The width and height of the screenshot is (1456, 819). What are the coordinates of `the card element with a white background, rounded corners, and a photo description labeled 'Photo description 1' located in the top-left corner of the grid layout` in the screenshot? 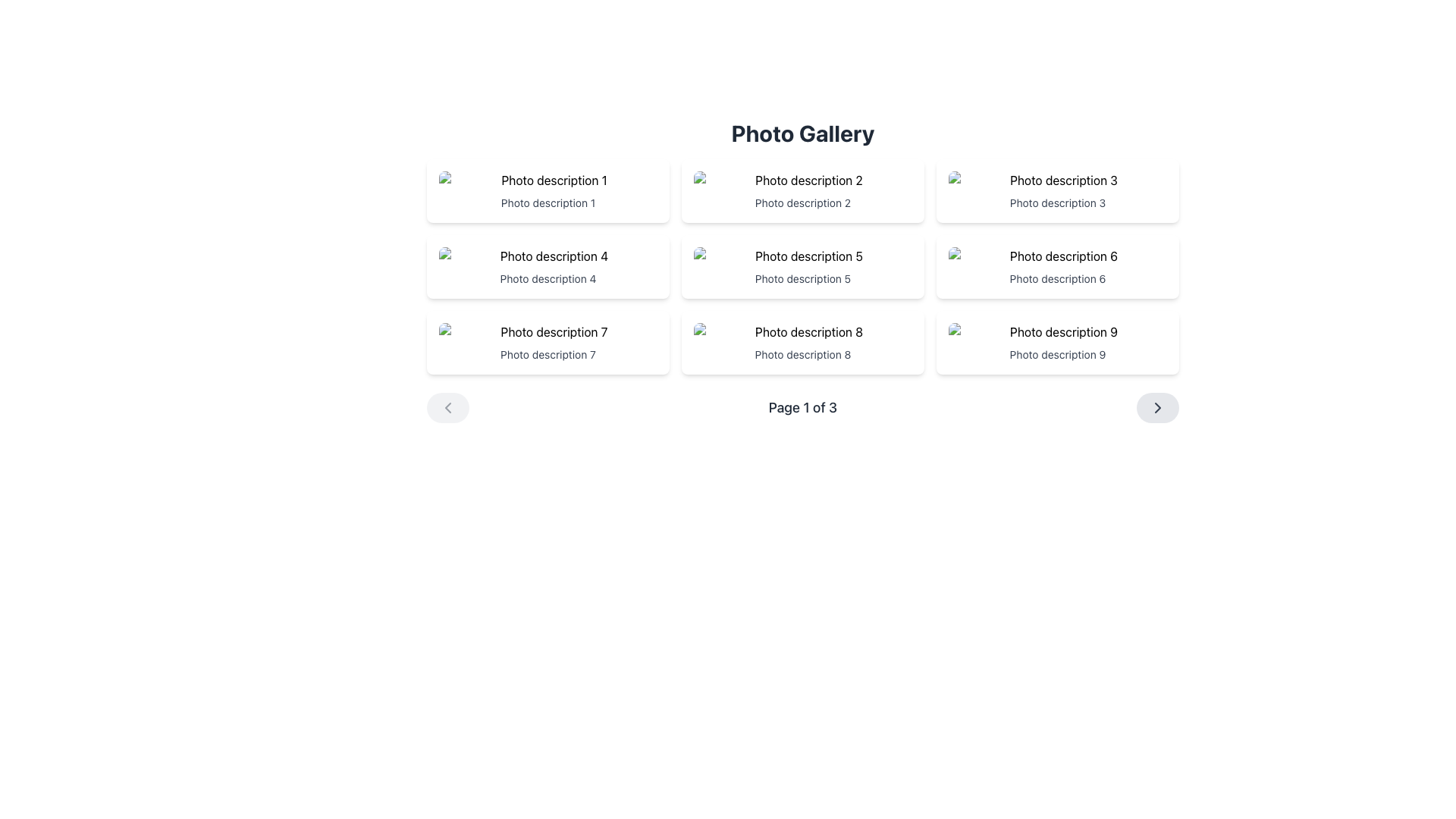 It's located at (548, 190).